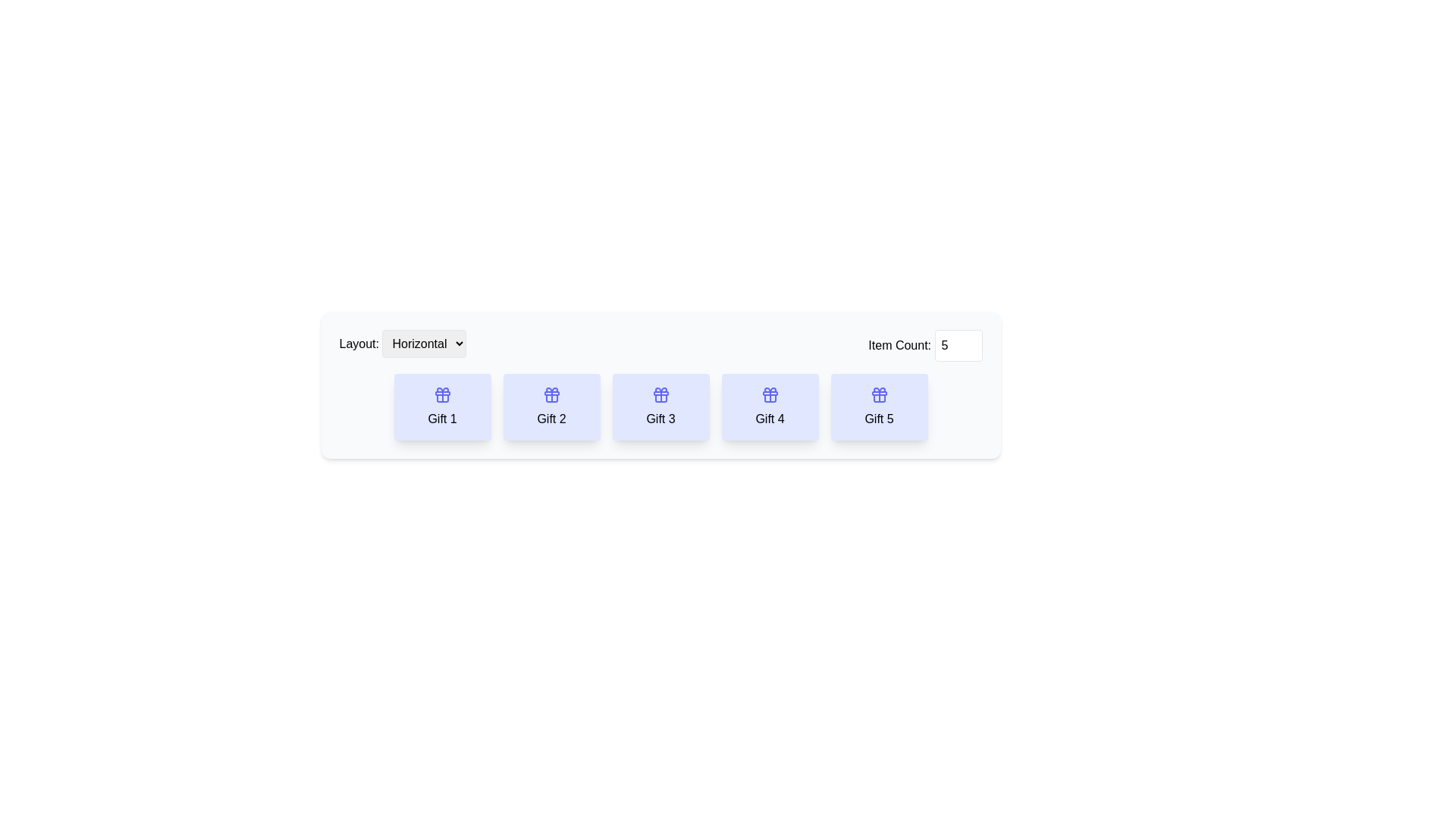  I want to click on the Text Label displaying 'Gift 1' styled in black font, which is positioned under the gift box icon within a rectangular card with a soft purple background, so click(441, 419).